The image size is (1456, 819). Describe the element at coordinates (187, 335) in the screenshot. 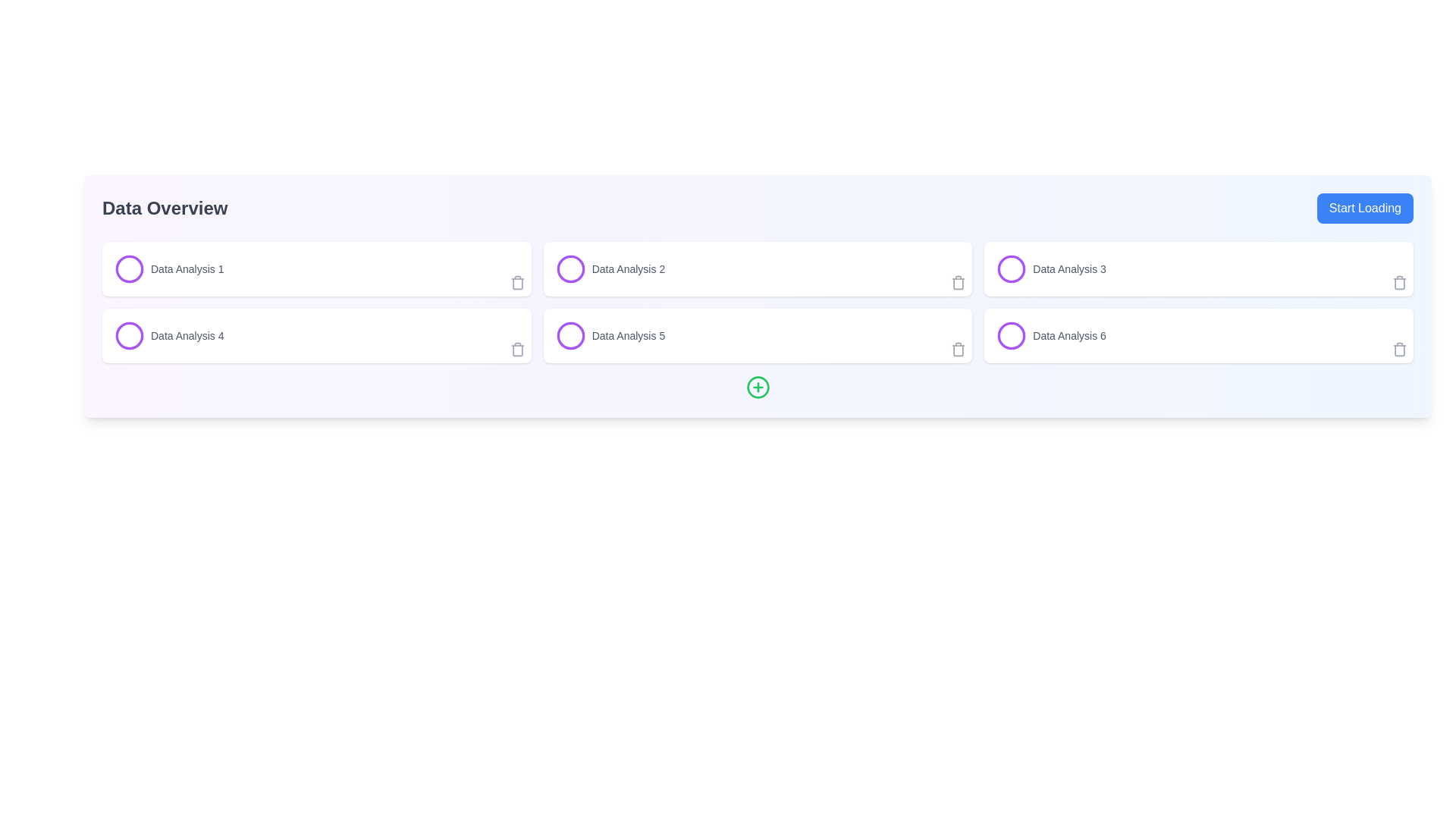

I see `text label displaying 'Data Analysis 4', which is a small-sized text label in the first column of the second row below the heading 'Data Overview'` at that location.